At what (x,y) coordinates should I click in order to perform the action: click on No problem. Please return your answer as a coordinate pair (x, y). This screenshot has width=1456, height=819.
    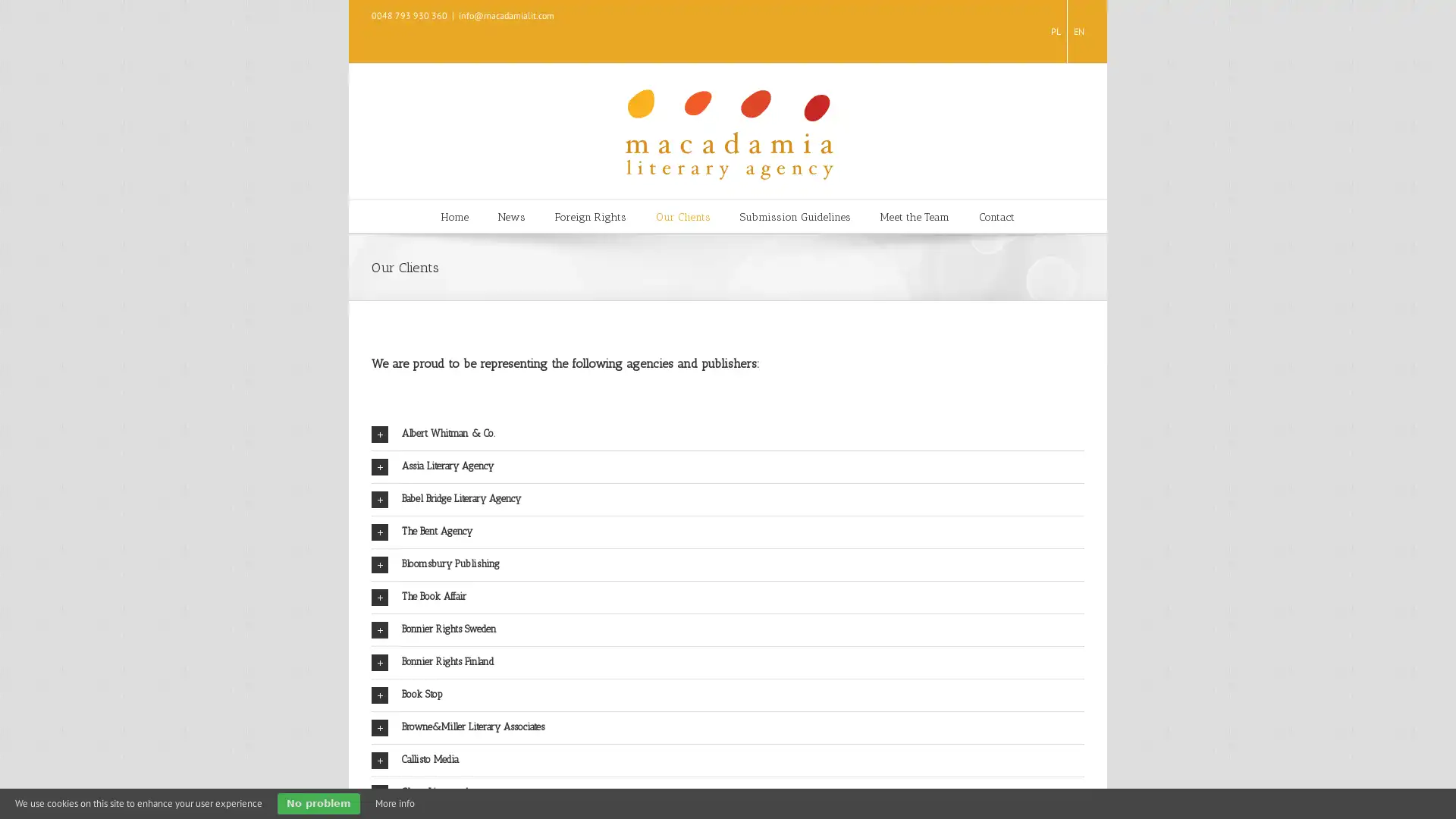
    Looking at the image, I should click on (318, 803).